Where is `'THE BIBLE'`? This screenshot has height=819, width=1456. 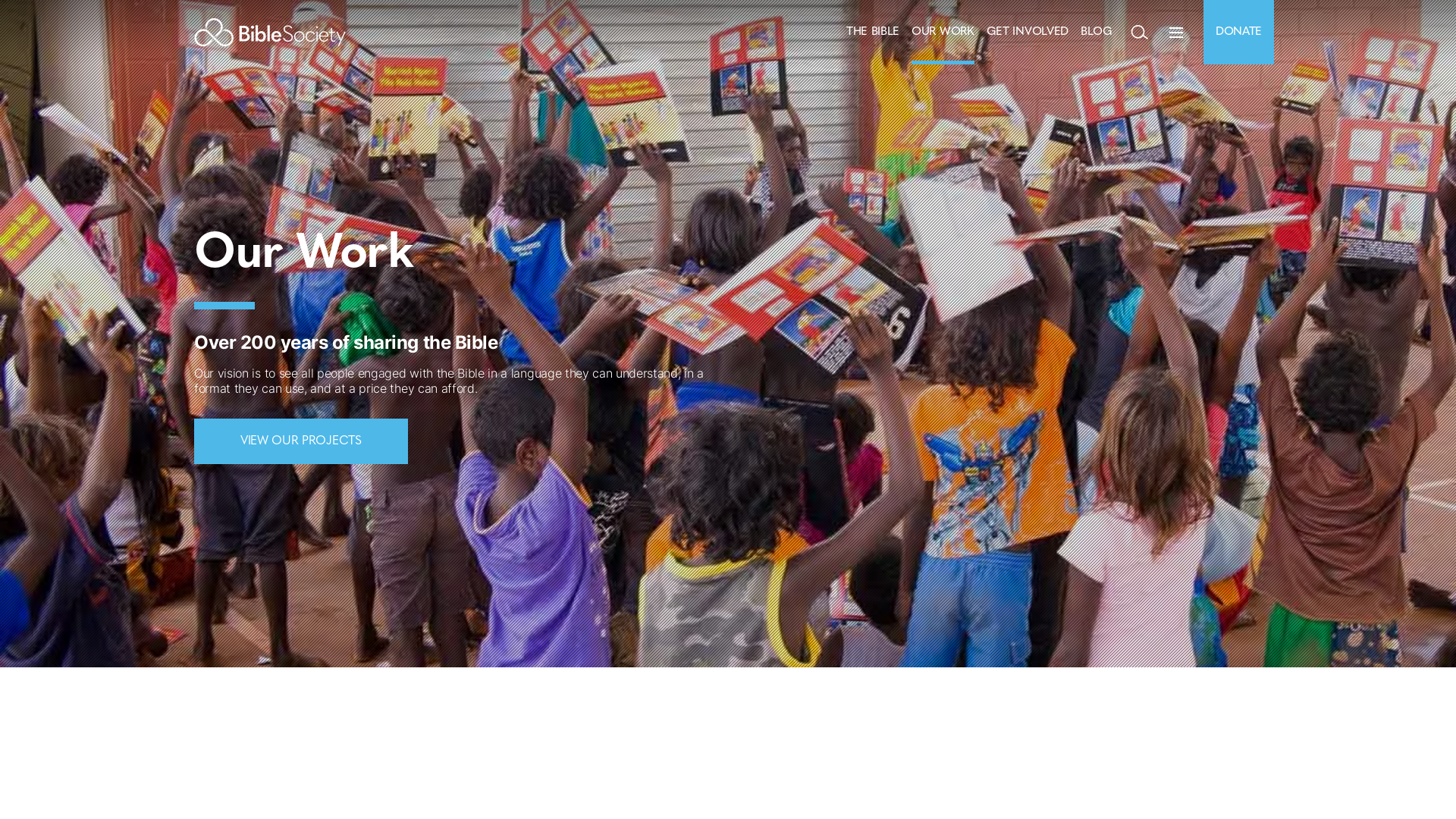
'THE BIBLE' is located at coordinates (873, 32).